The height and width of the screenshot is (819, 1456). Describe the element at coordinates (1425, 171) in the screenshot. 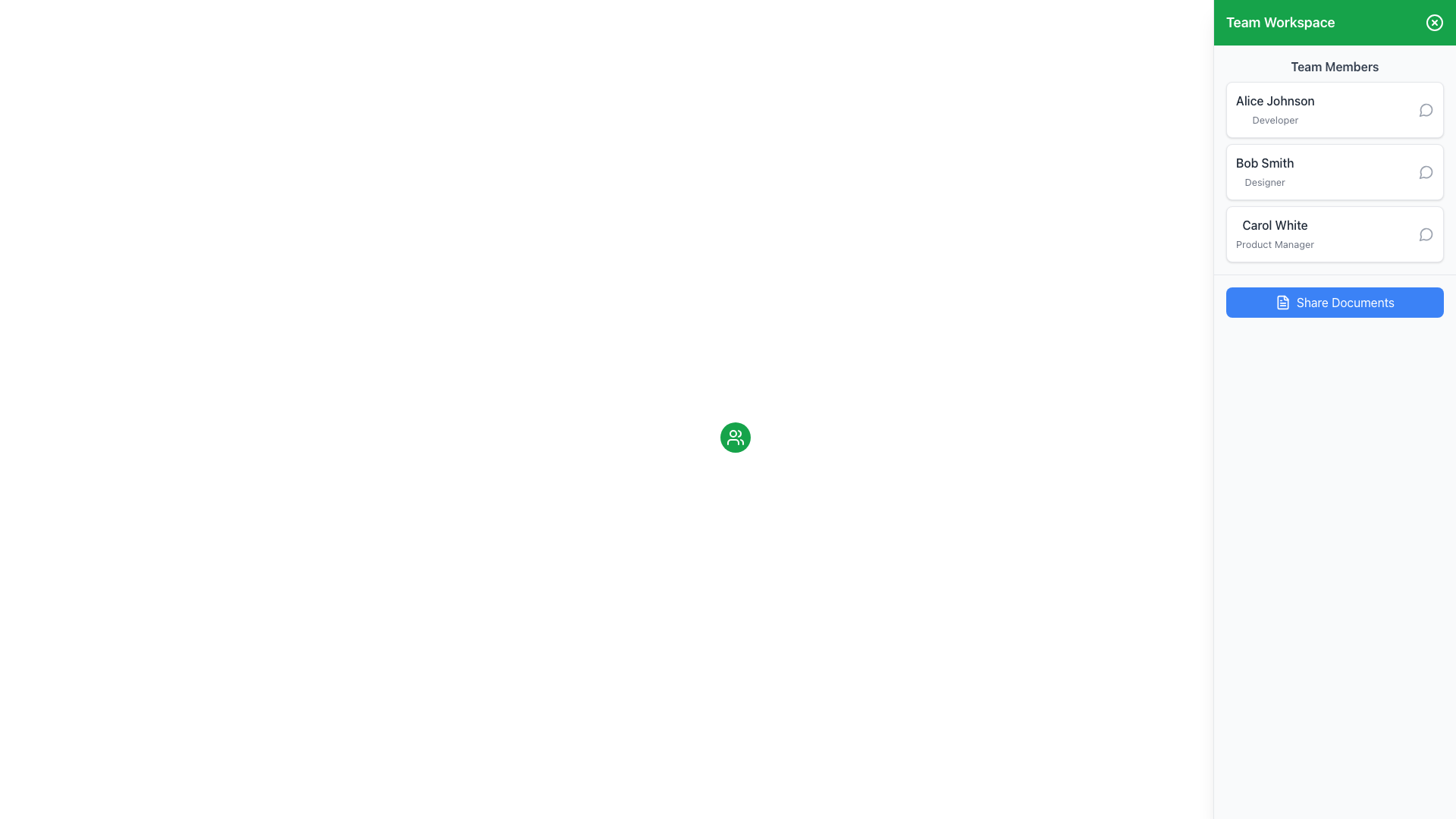

I see `the chat bubble icon located beside 'Bob Smith' in the 'Team Members' section of the 'Team Workspace'` at that location.